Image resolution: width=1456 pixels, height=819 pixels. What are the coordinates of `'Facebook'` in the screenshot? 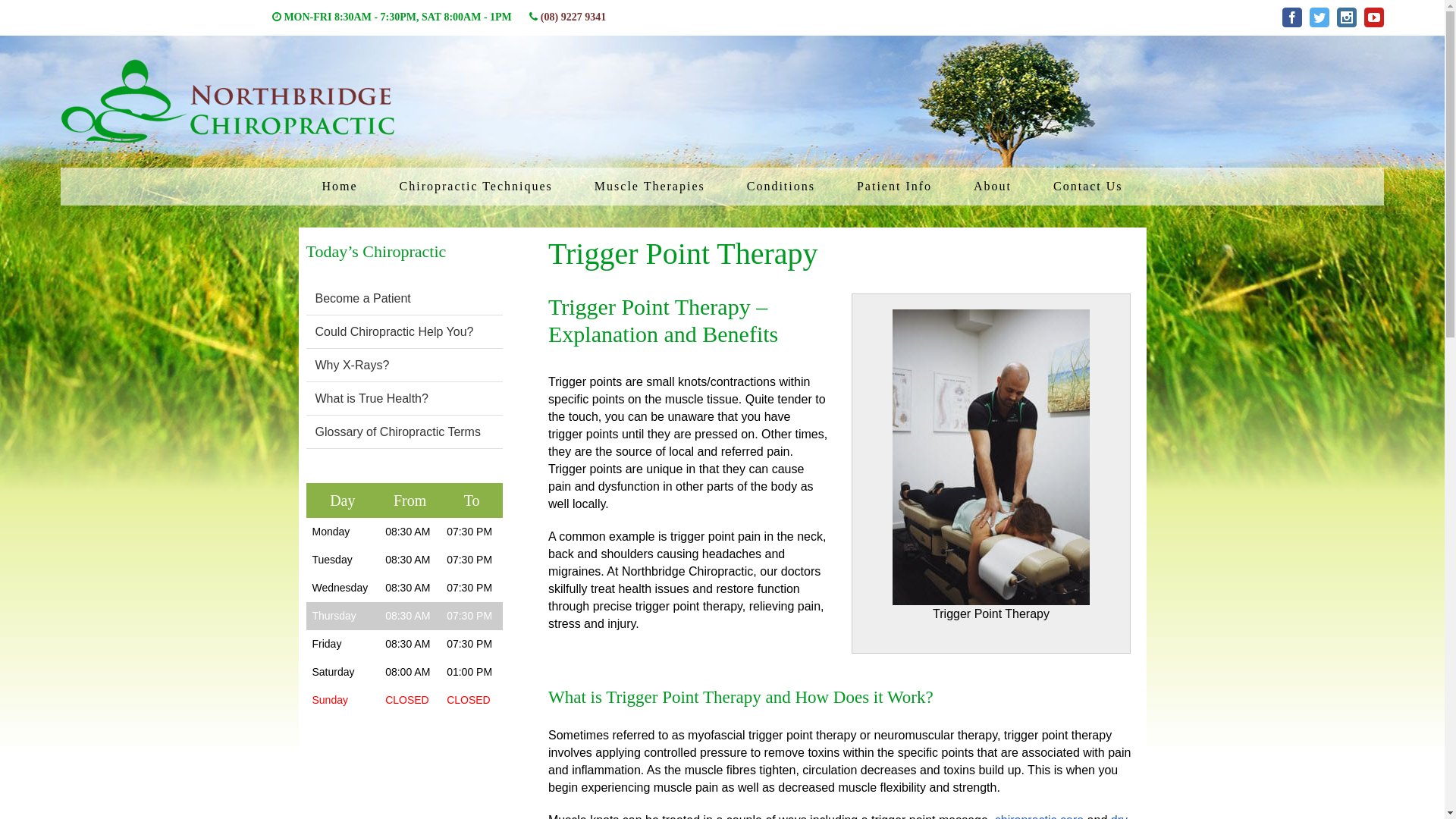 It's located at (1281, 17).